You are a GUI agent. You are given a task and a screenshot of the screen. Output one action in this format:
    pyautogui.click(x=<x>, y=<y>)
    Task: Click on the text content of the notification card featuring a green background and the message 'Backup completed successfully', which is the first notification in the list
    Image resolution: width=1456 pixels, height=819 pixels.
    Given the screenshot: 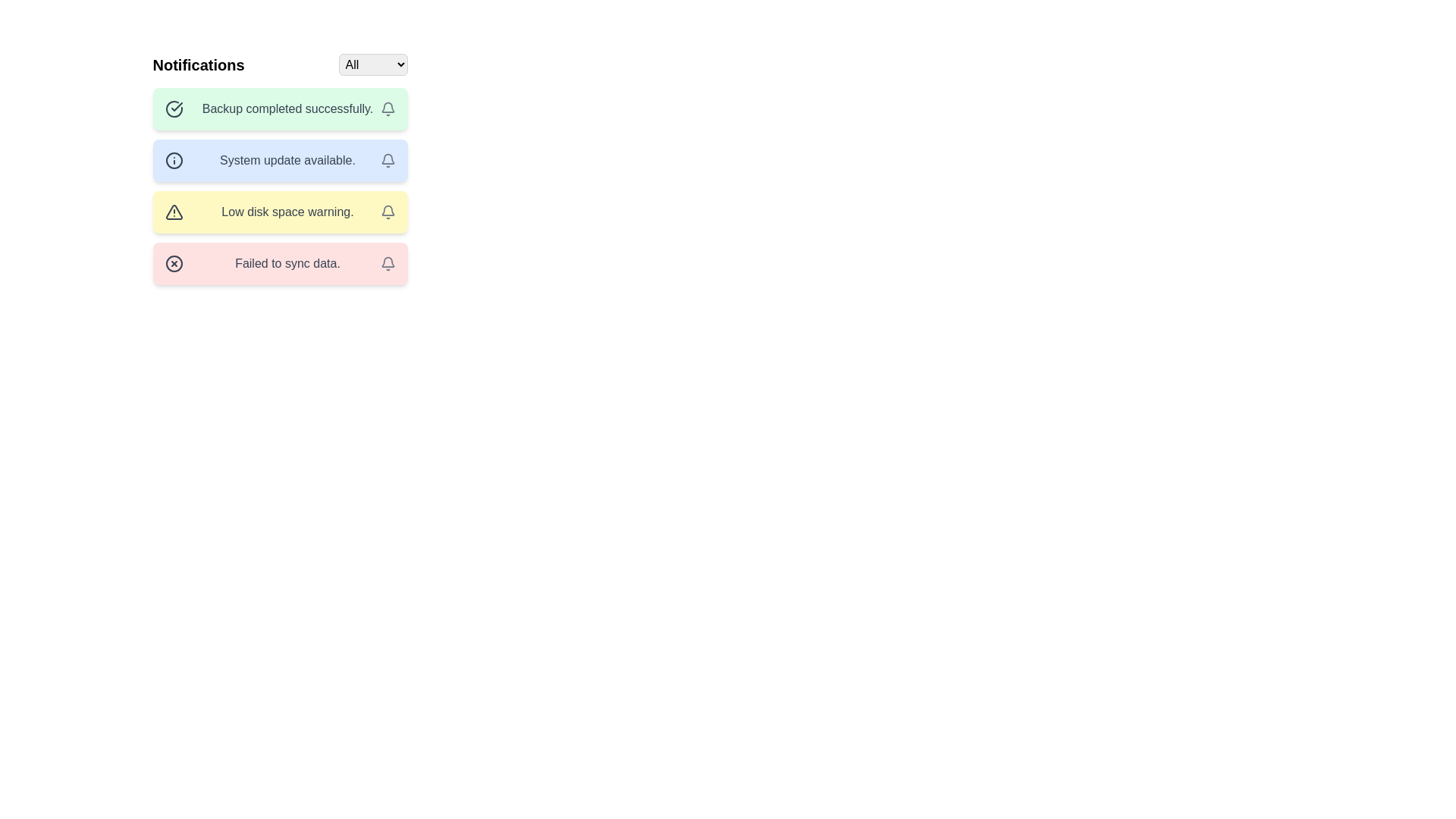 What is the action you would take?
    pyautogui.click(x=280, y=108)
    